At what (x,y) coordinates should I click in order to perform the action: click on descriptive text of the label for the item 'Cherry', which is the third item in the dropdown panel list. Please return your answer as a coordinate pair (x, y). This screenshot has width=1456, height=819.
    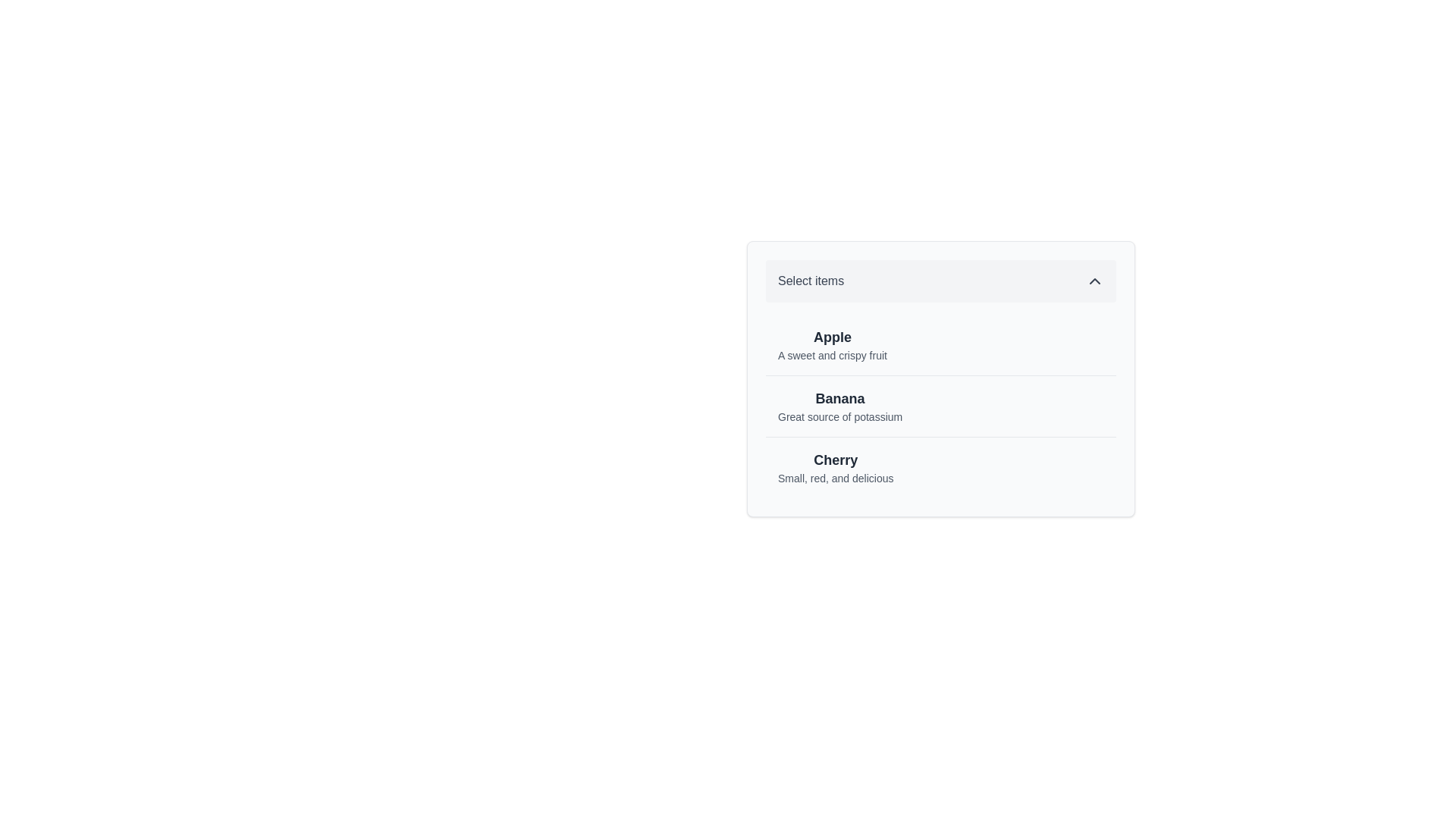
    Looking at the image, I should click on (835, 467).